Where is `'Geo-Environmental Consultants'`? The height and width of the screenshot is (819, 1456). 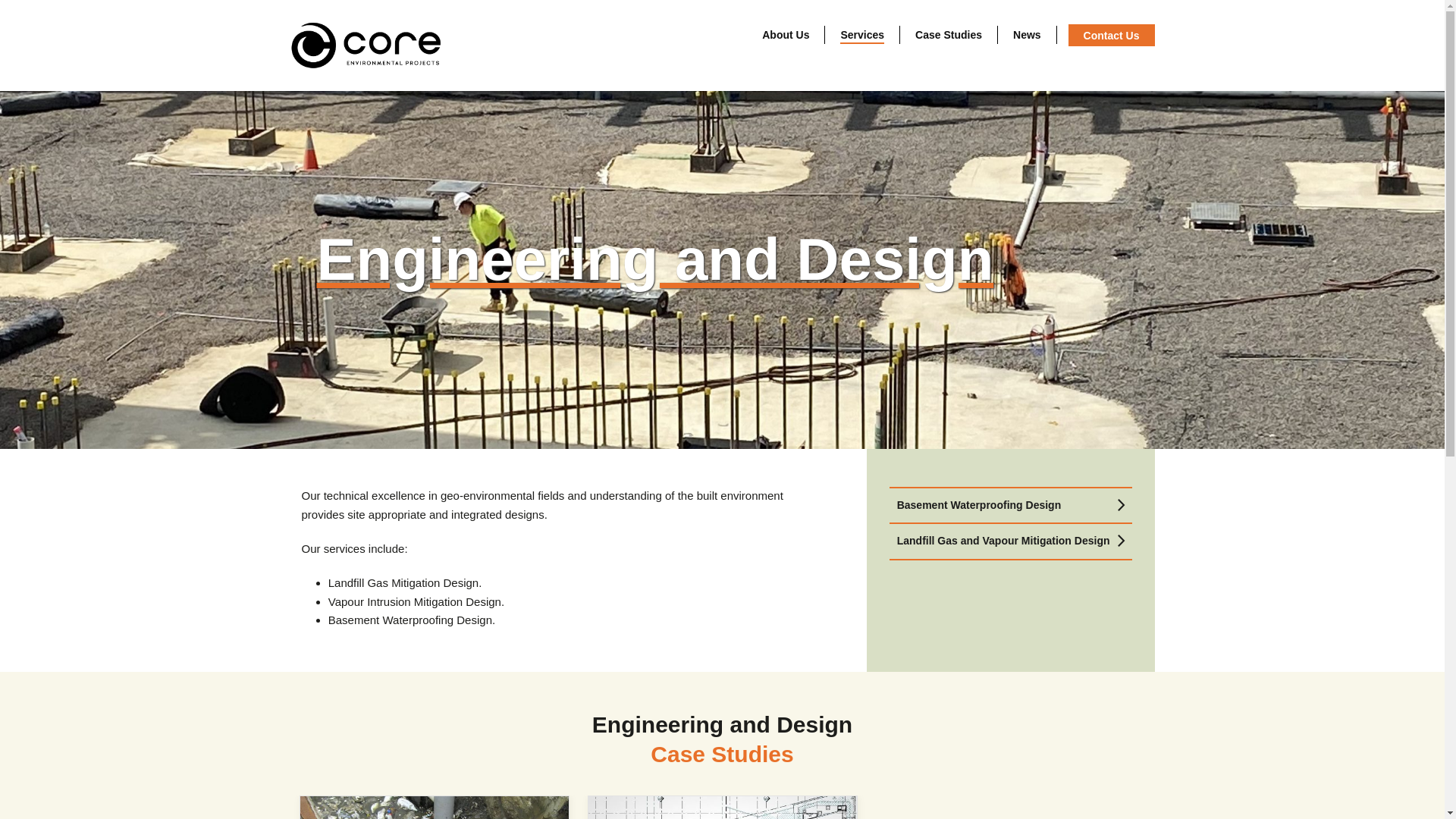
'Geo-Environmental Consultants' is located at coordinates (290, 45).